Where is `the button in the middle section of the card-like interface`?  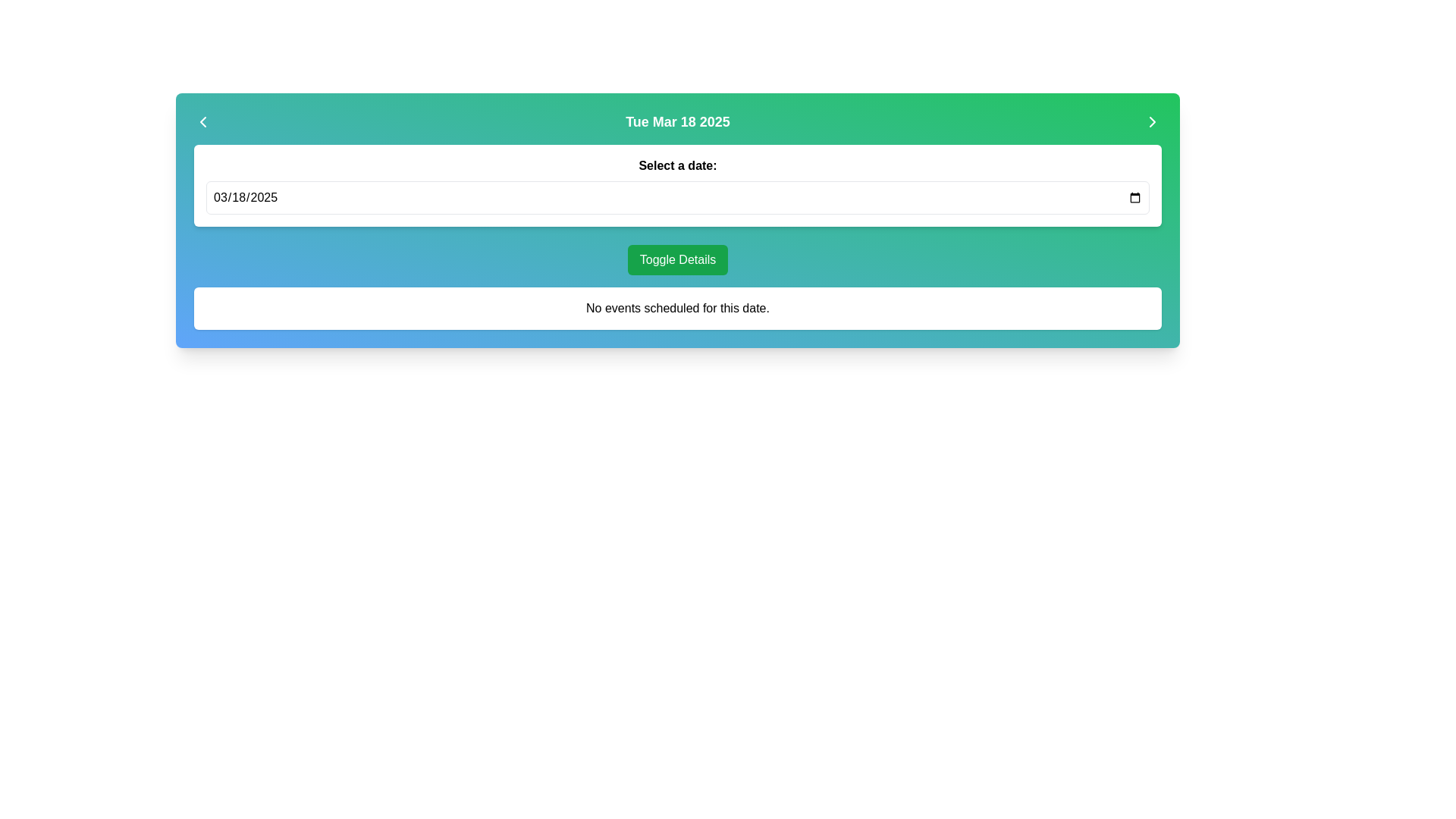
the button in the middle section of the card-like interface is located at coordinates (676, 259).